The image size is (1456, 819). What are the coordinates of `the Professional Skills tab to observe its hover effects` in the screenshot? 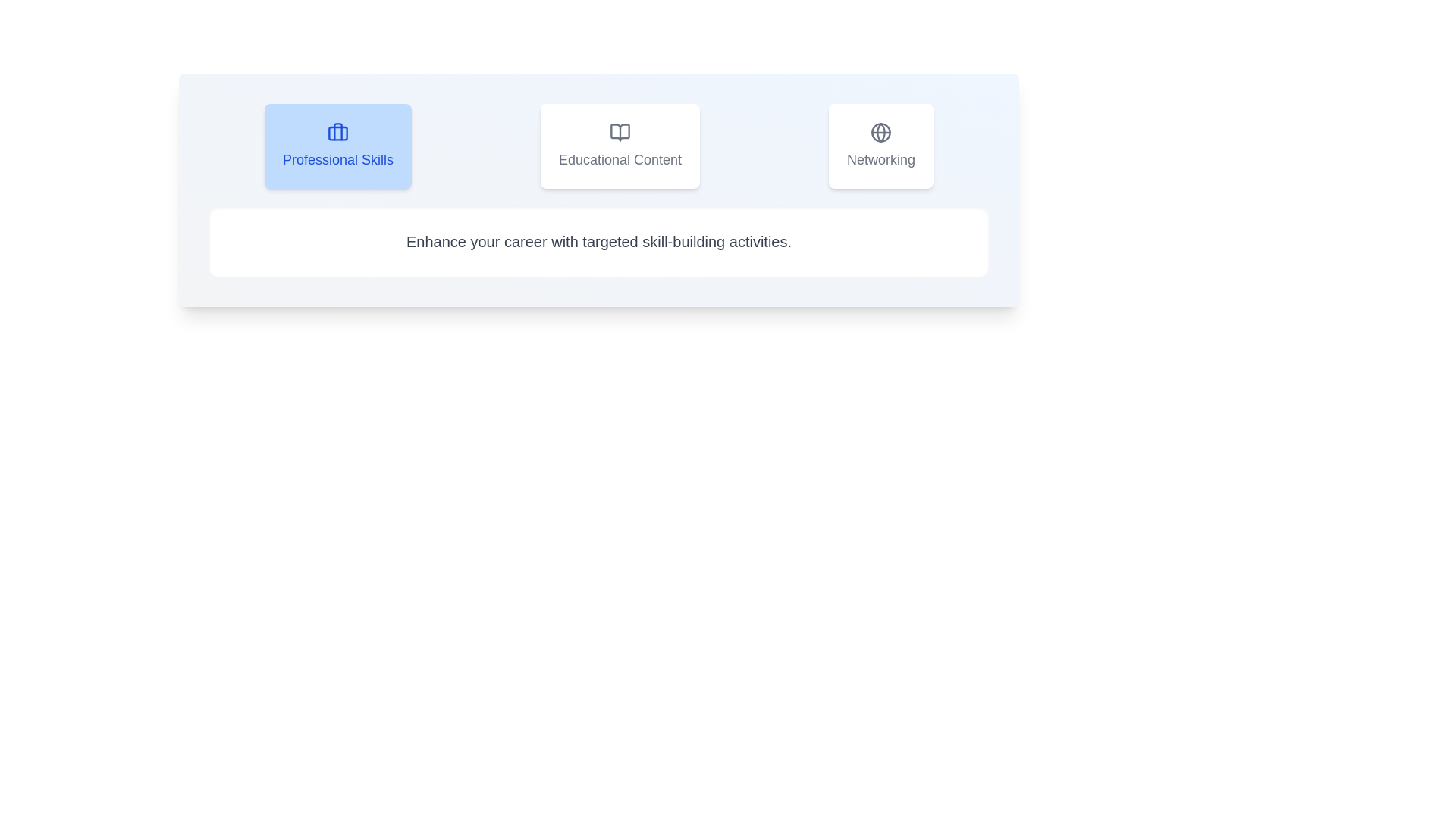 It's located at (337, 146).